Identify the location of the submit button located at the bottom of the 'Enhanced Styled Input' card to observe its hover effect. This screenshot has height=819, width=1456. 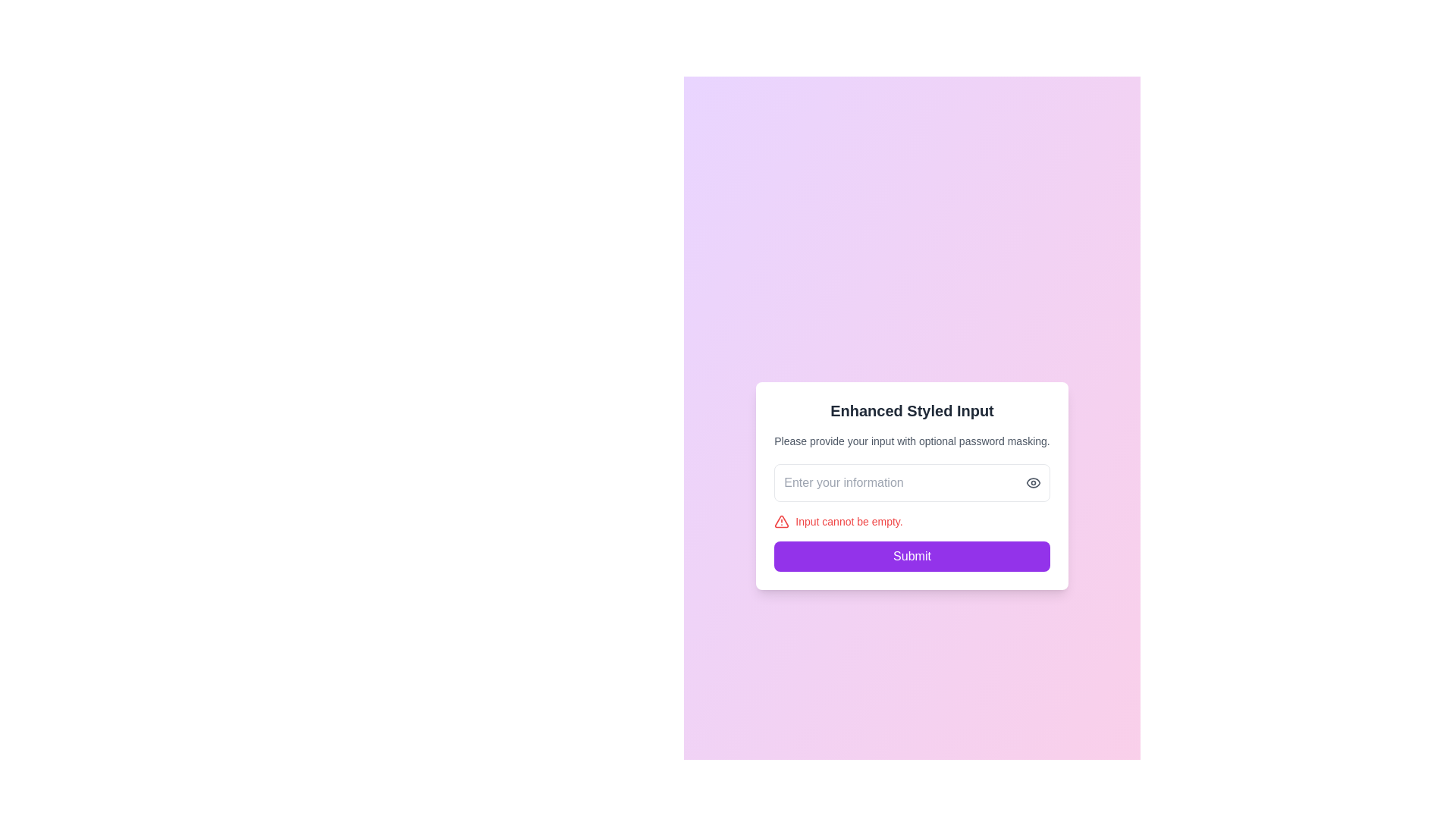
(912, 556).